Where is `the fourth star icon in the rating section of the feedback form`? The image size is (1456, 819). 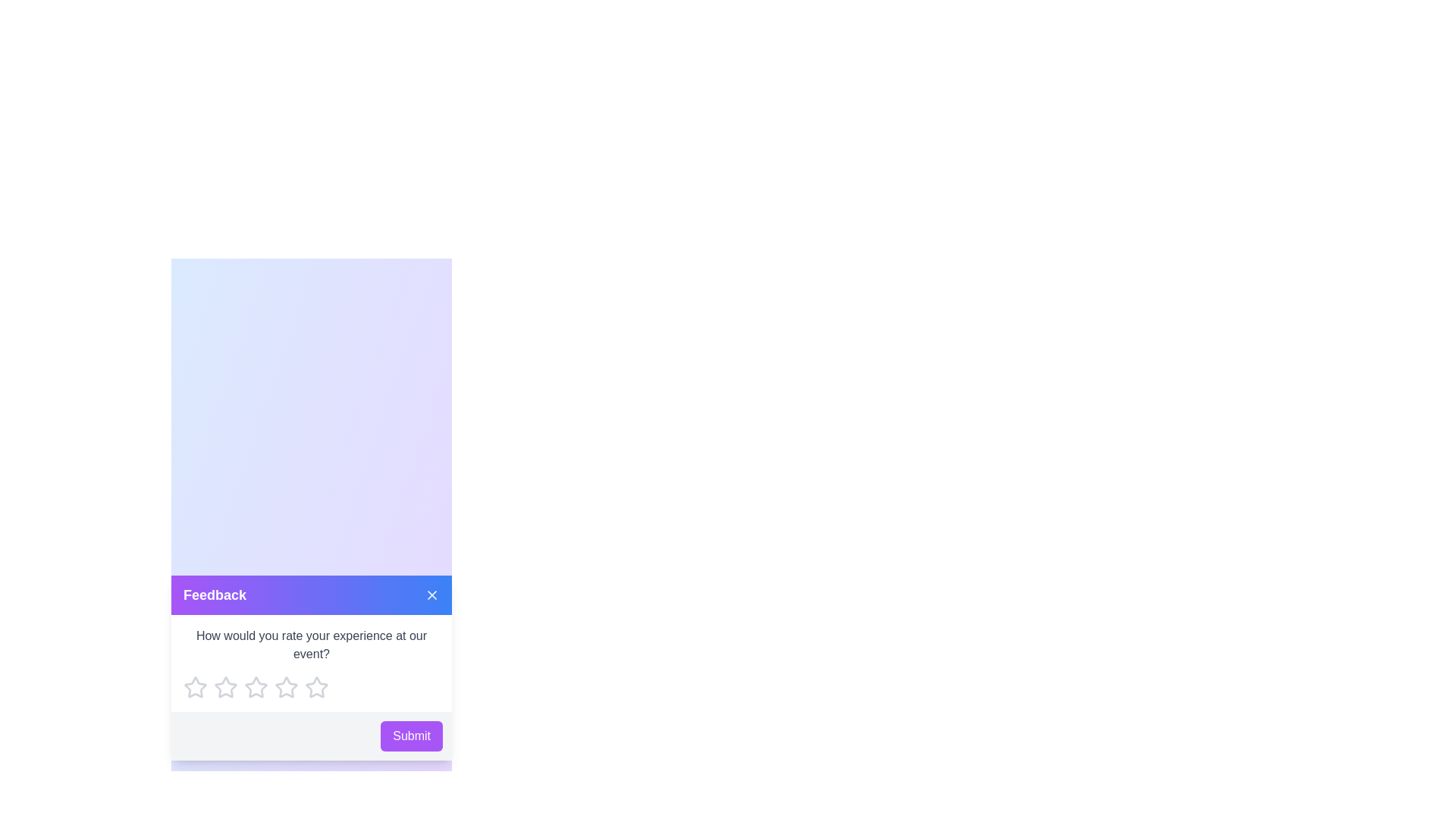 the fourth star icon in the rating section of the feedback form is located at coordinates (315, 687).